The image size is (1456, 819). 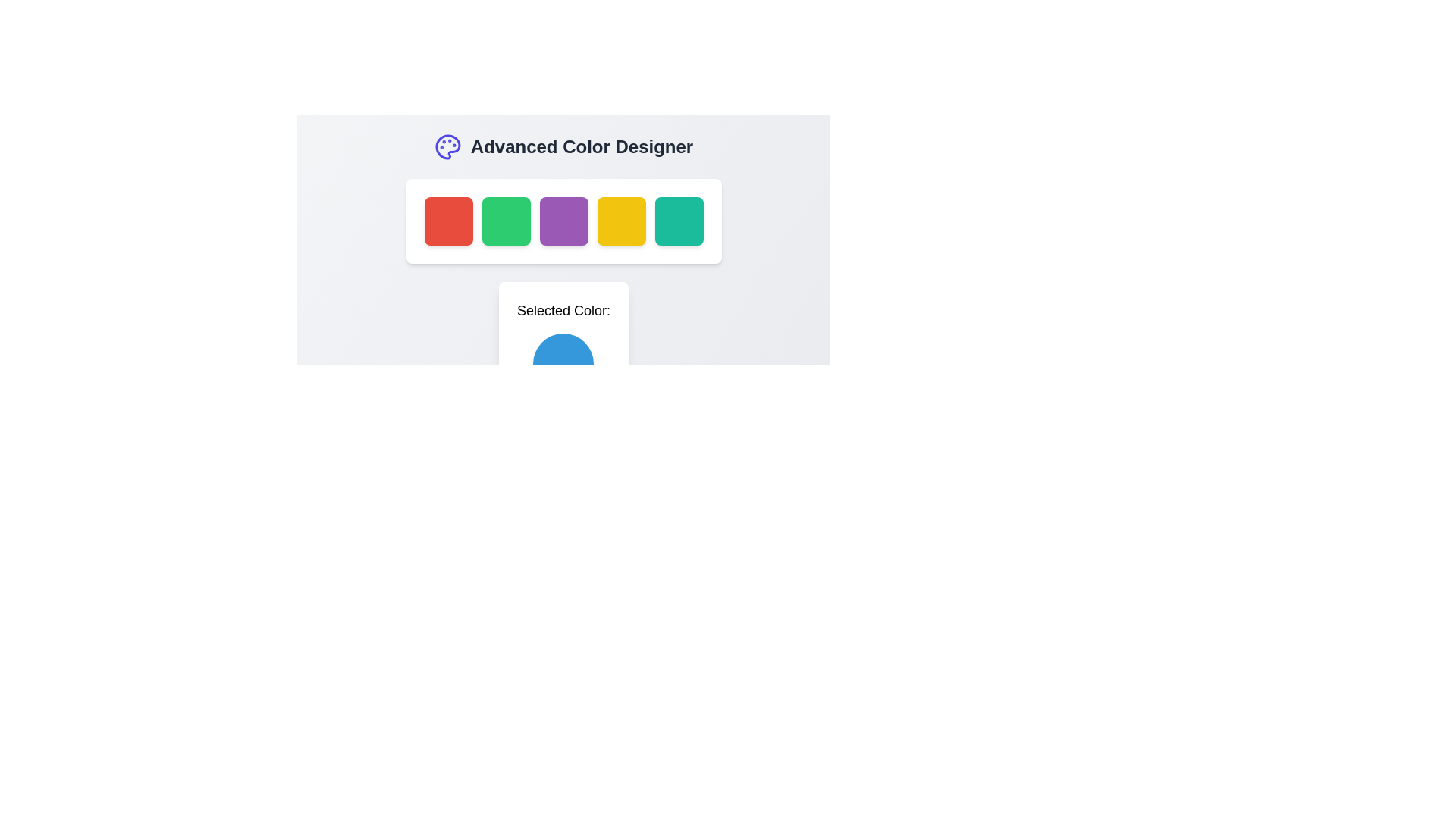 What do you see at coordinates (563, 335) in the screenshot?
I see `the circular color indicator displaying the currently selected color` at bounding box center [563, 335].